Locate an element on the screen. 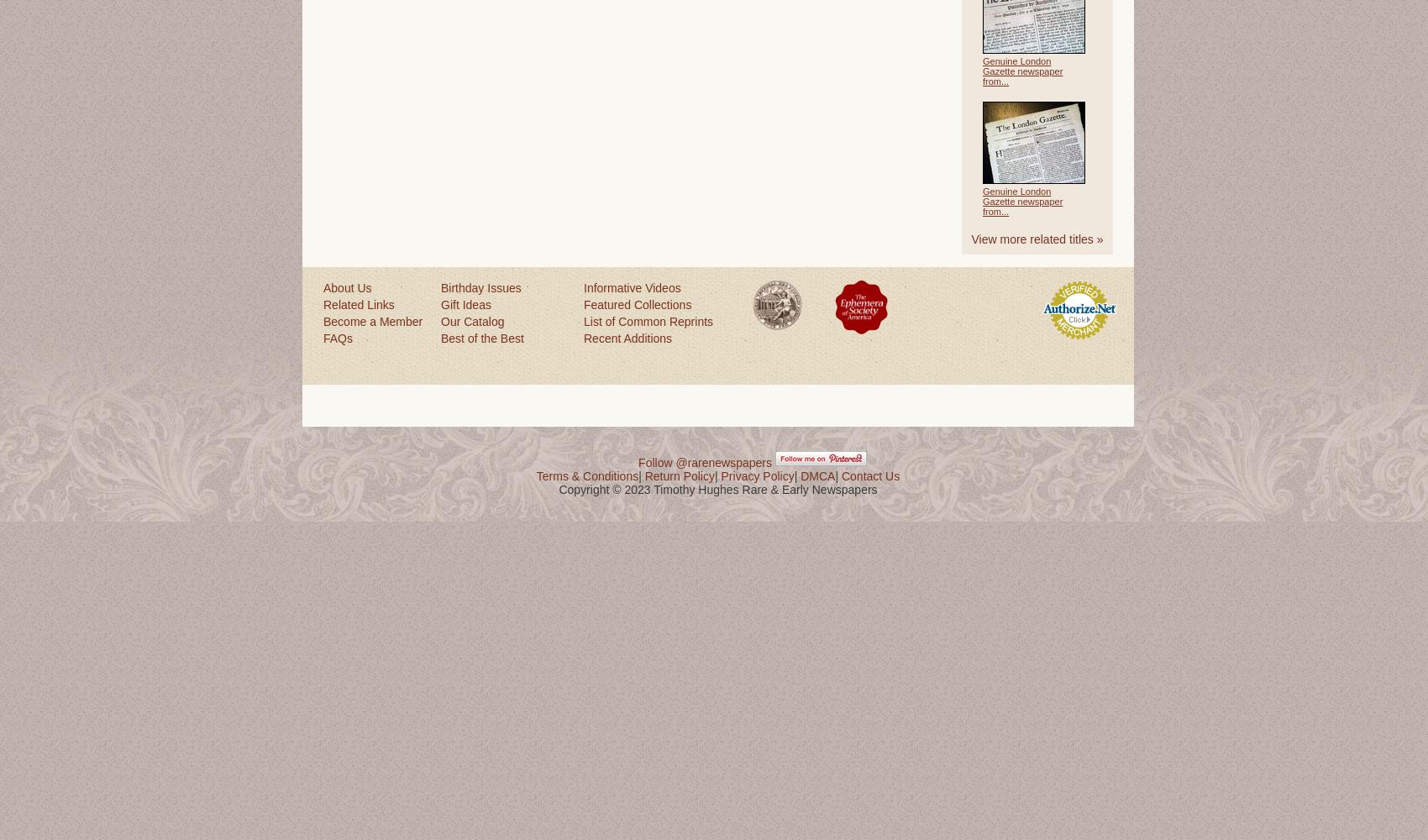 The height and width of the screenshot is (840, 1428). 'DMCA' is located at coordinates (816, 475).